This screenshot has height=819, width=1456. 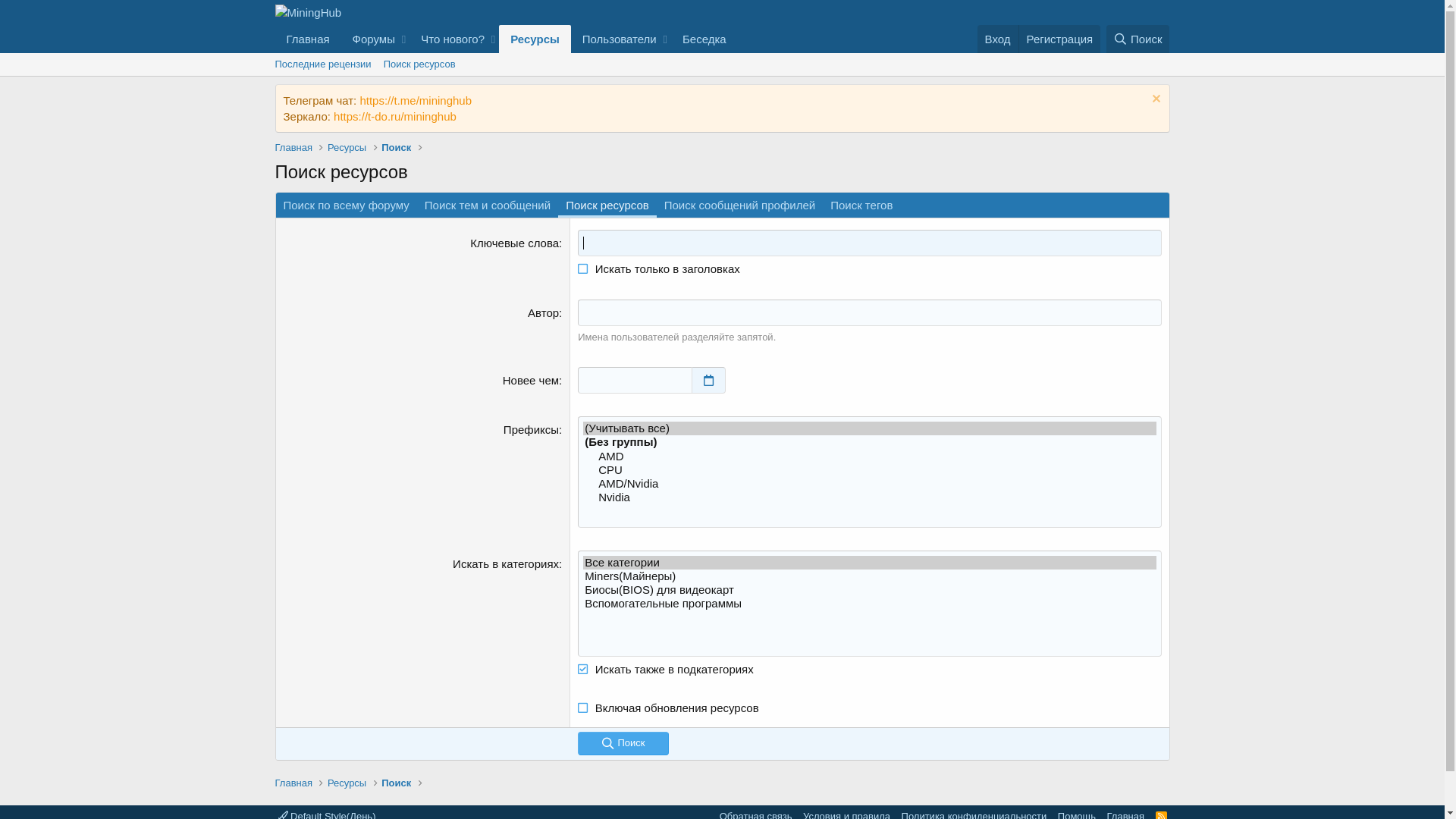 What do you see at coordinates (415, 100) in the screenshot?
I see `'https://t.me/mininghub'` at bounding box center [415, 100].